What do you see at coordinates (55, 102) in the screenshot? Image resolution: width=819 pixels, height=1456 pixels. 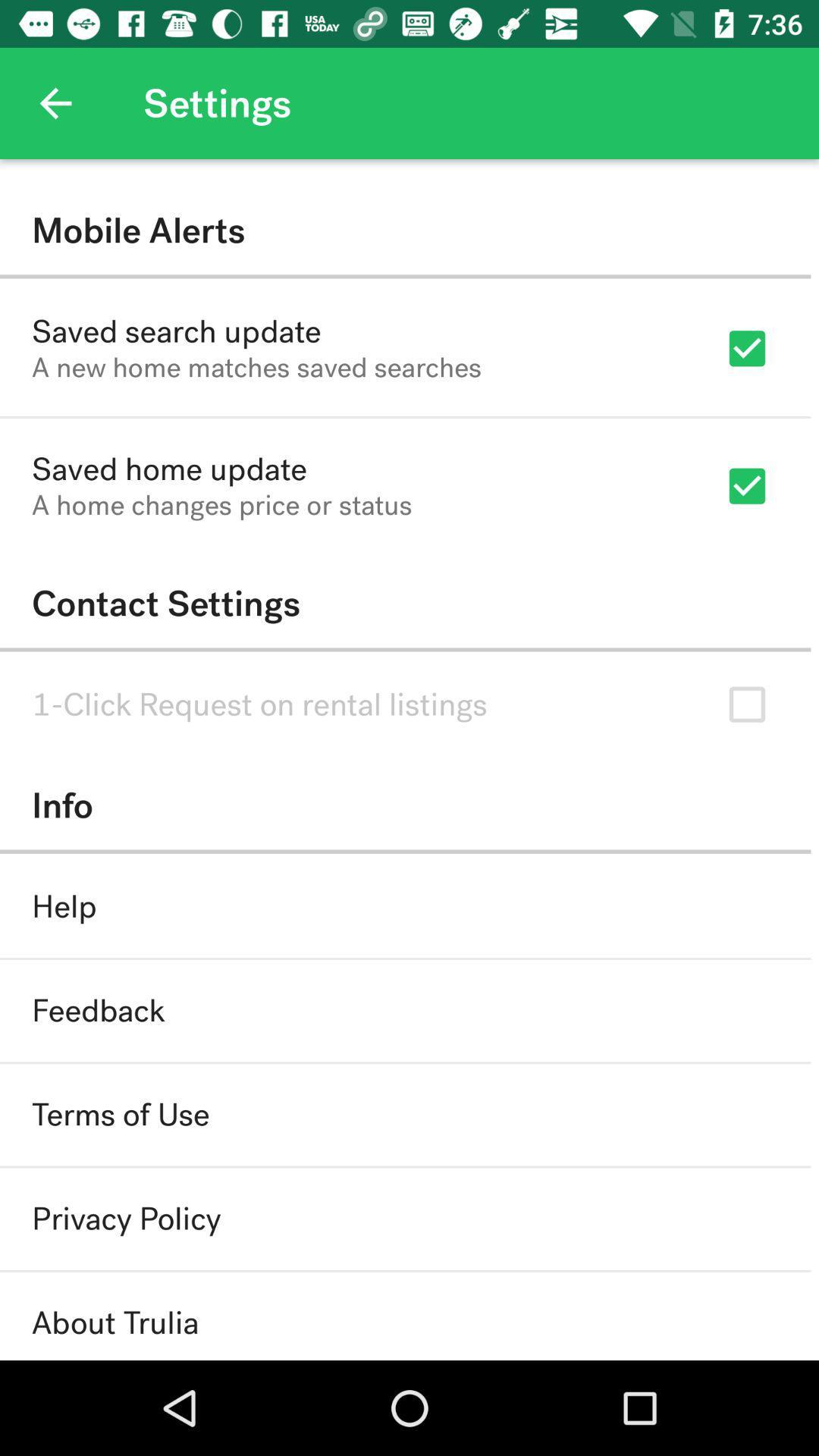 I see `the icon next to the settings item` at bounding box center [55, 102].